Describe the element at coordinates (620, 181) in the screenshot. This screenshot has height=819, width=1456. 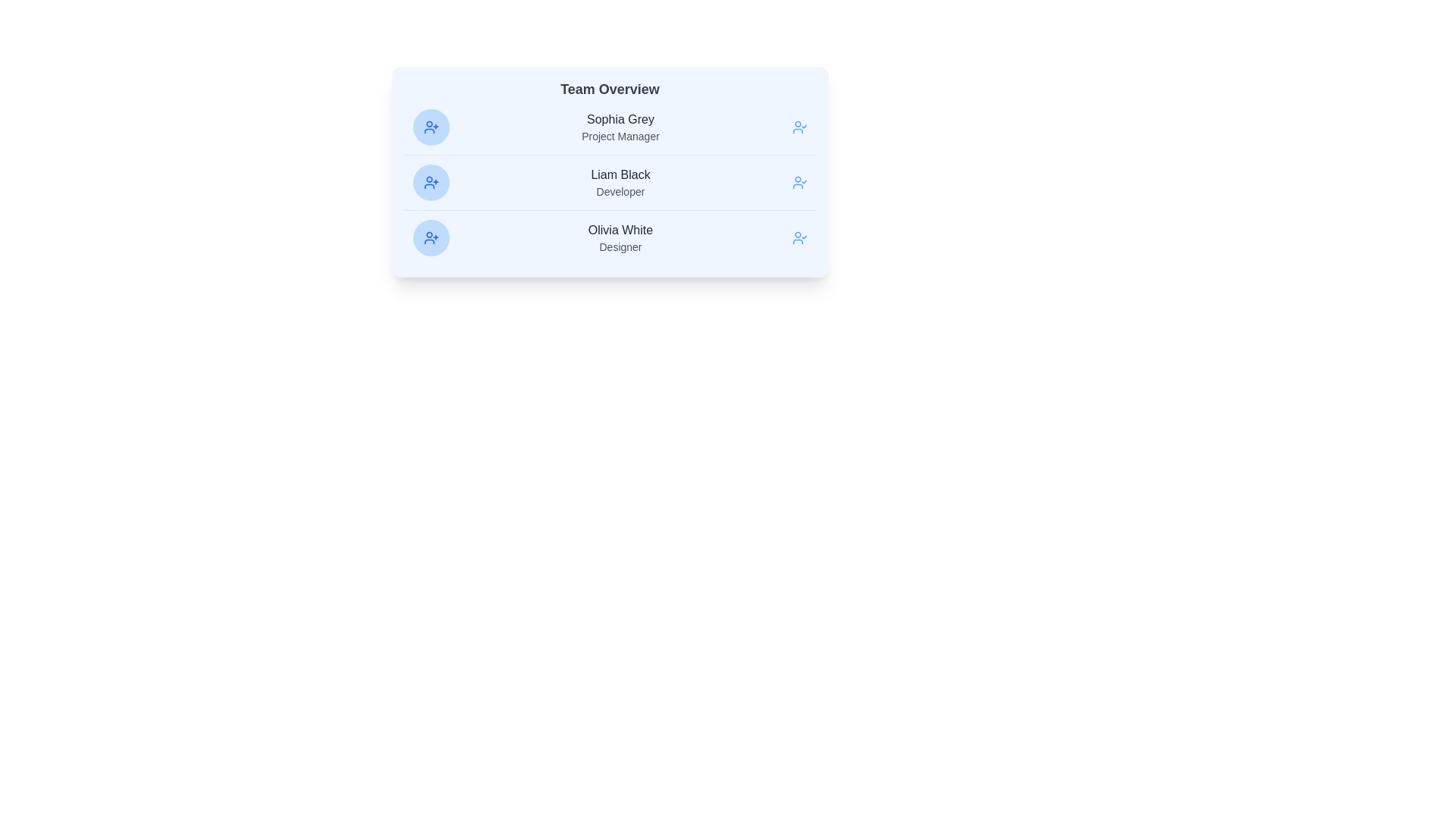
I see `the text display element showing 'Liam Black' and 'Developer' in a light blue card, which is the second item in a vertical list` at that location.